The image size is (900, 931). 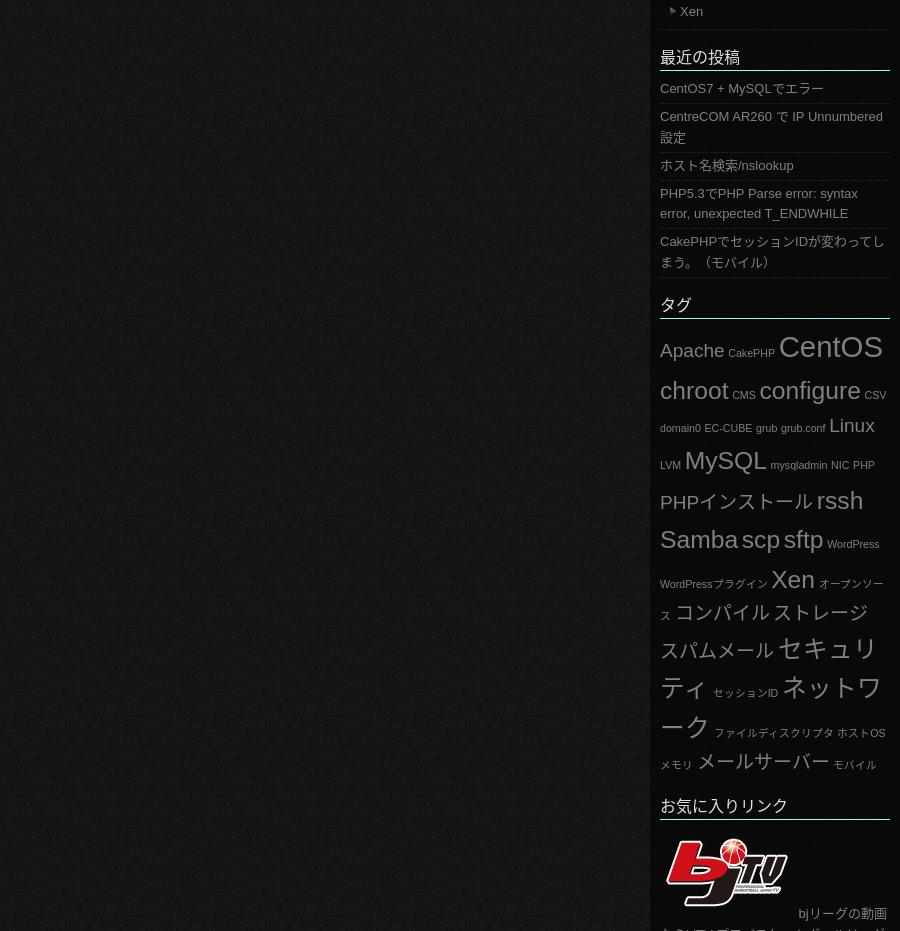 I want to click on 'CentOS7 + MySQLでエラー', so click(x=740, y=88).